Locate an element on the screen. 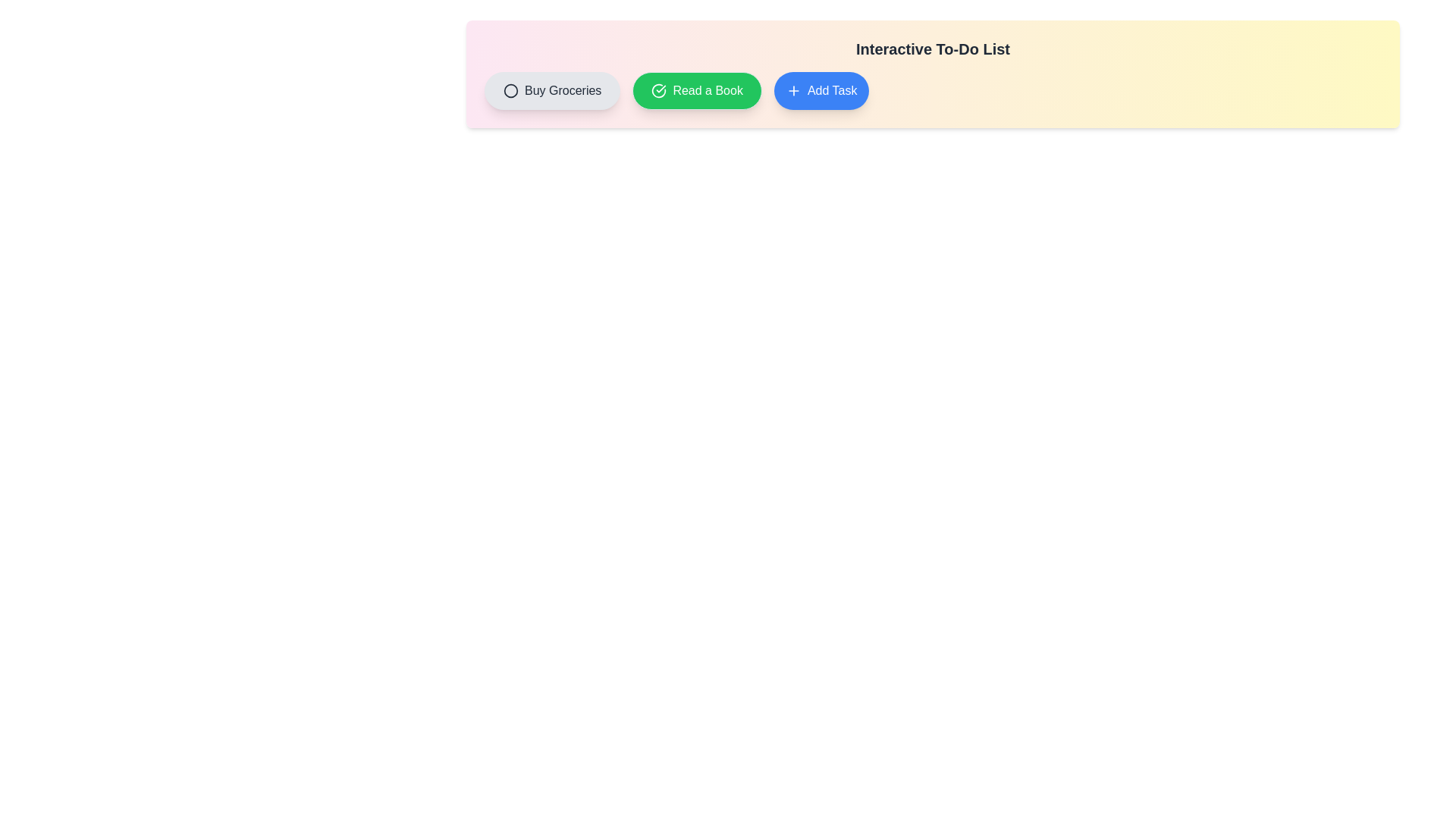 The height and width of the screenshot is (819, 1456). the 'Add Task' button to add a new task is located at coordinates (821, 90).